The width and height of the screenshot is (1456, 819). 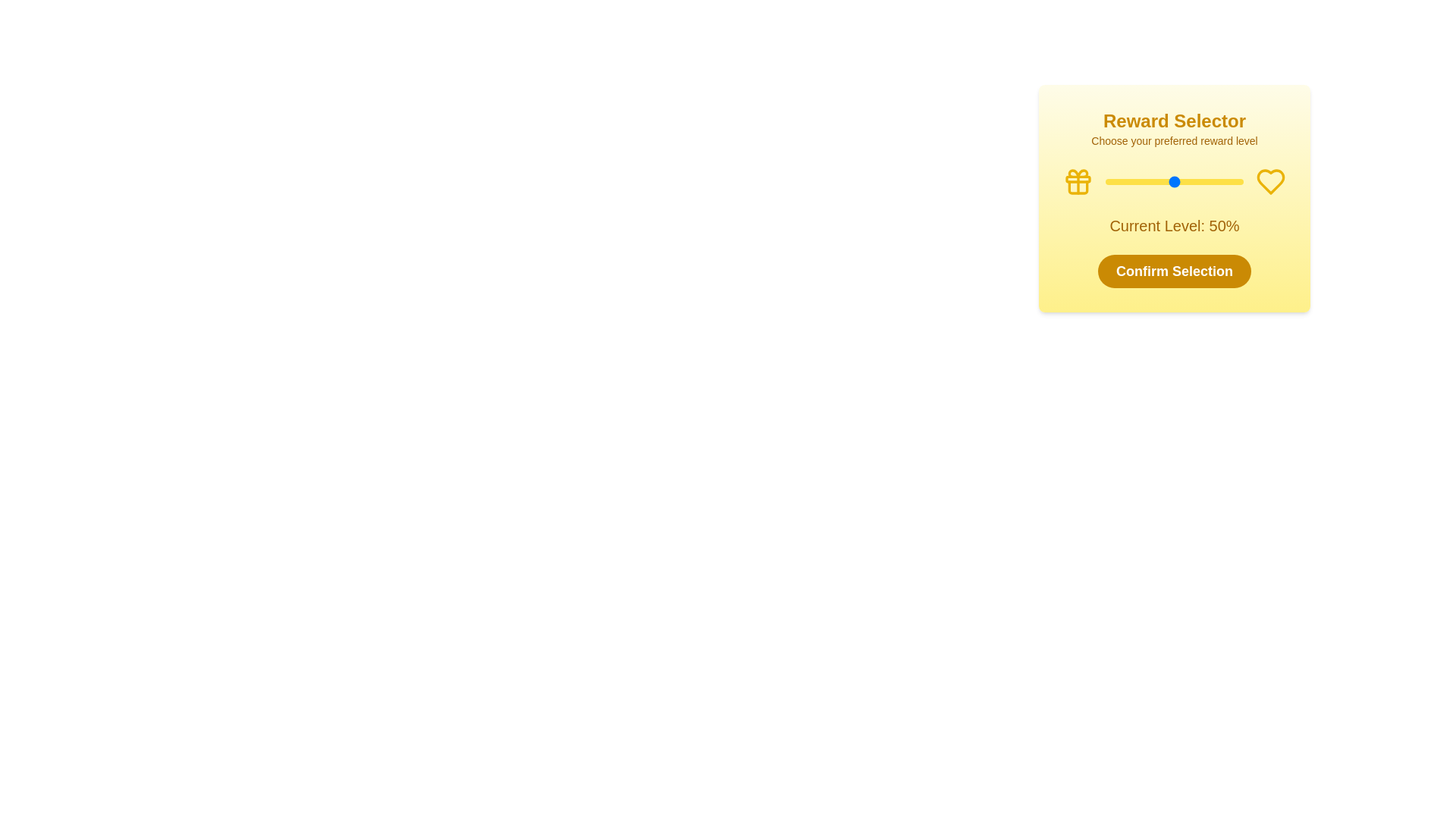 What do you see at coordinates (1193, 180) in the screenshot?
I see `the reward level` at bounding box center [1193, 180].